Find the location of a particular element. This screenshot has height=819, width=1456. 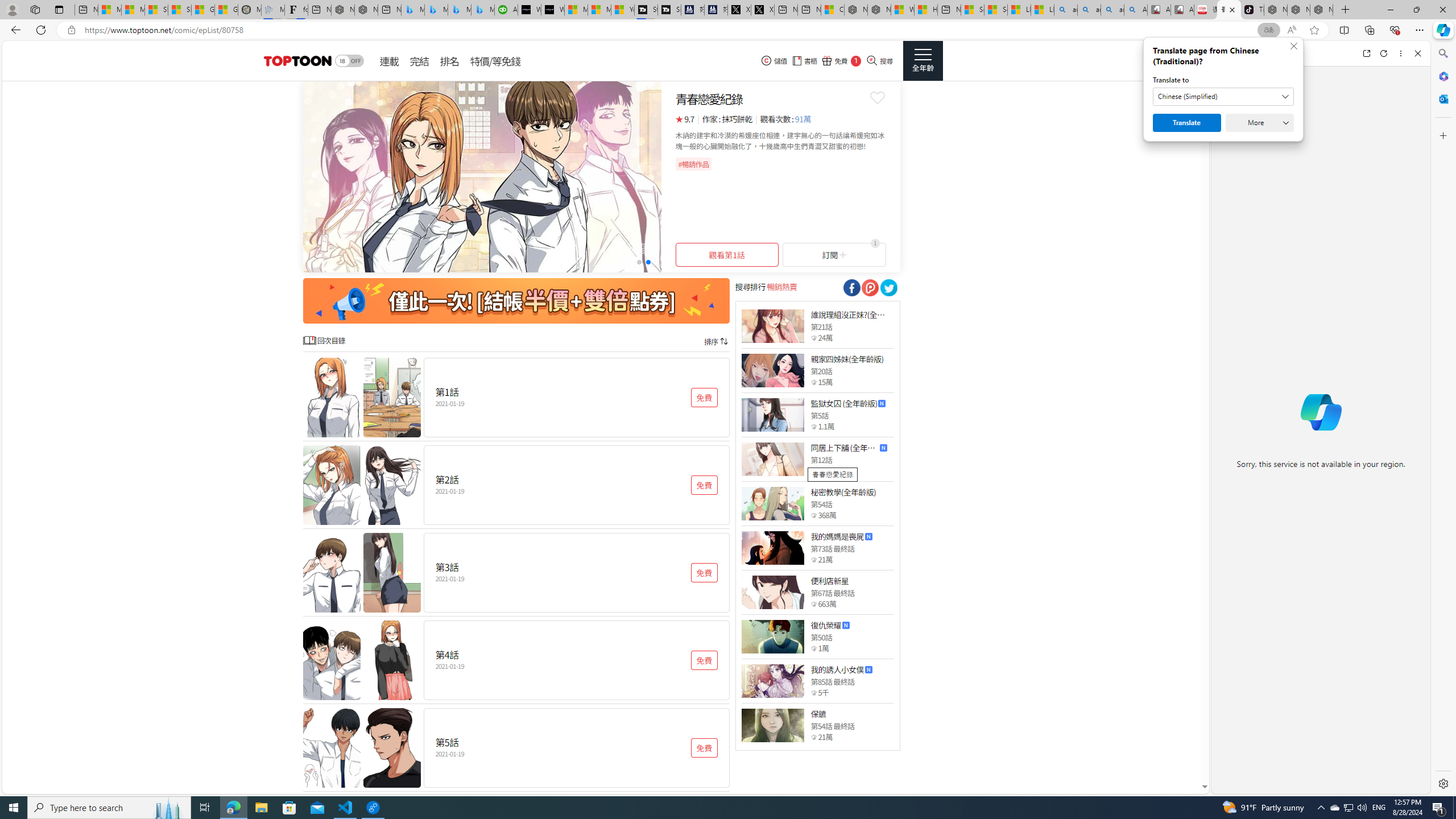

'Class: socialShare' is located at coordinates (888, 287).